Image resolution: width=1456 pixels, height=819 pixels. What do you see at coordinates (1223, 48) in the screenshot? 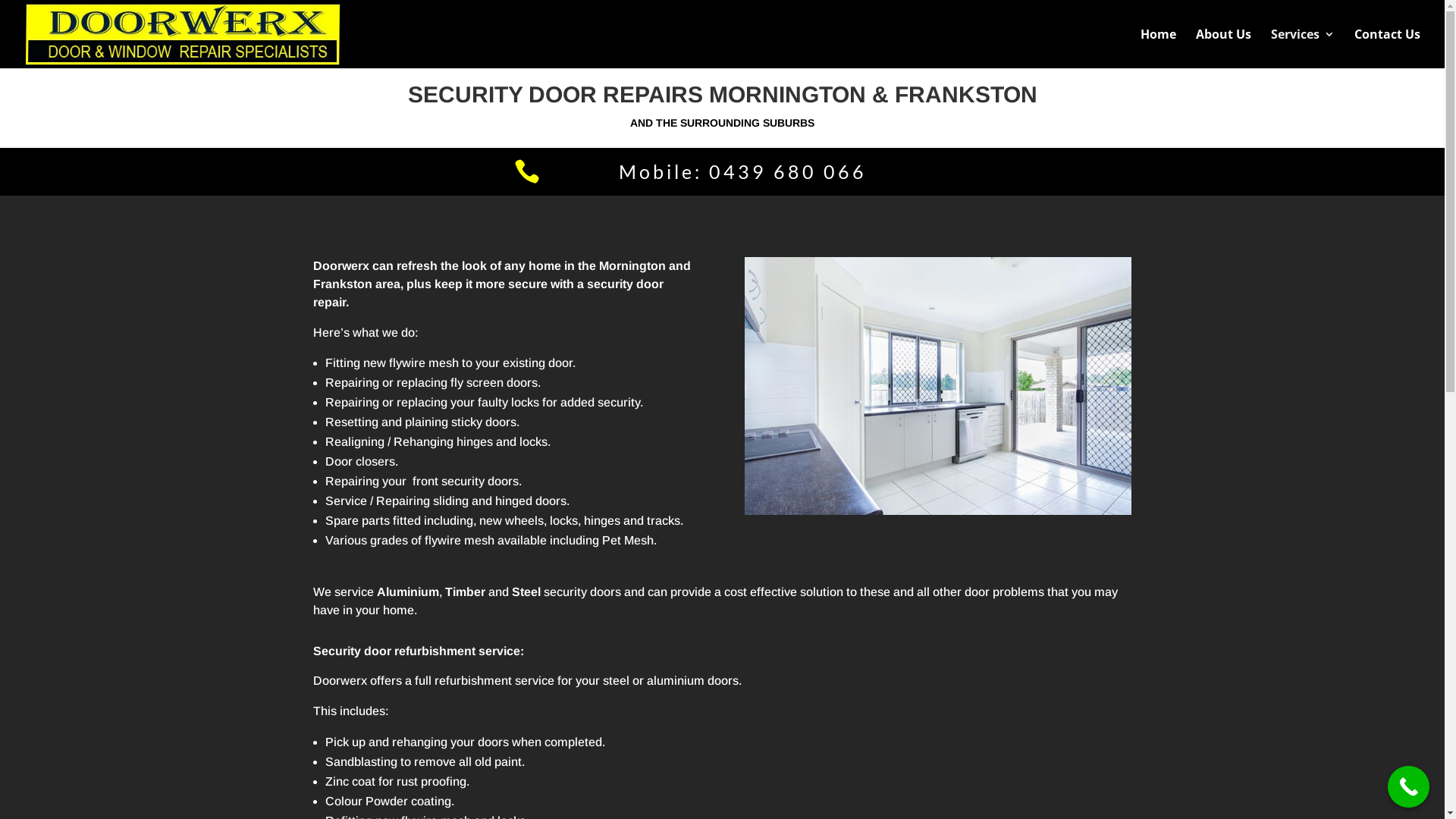
I see `'About Us'` at bounding box center [1223, 48].